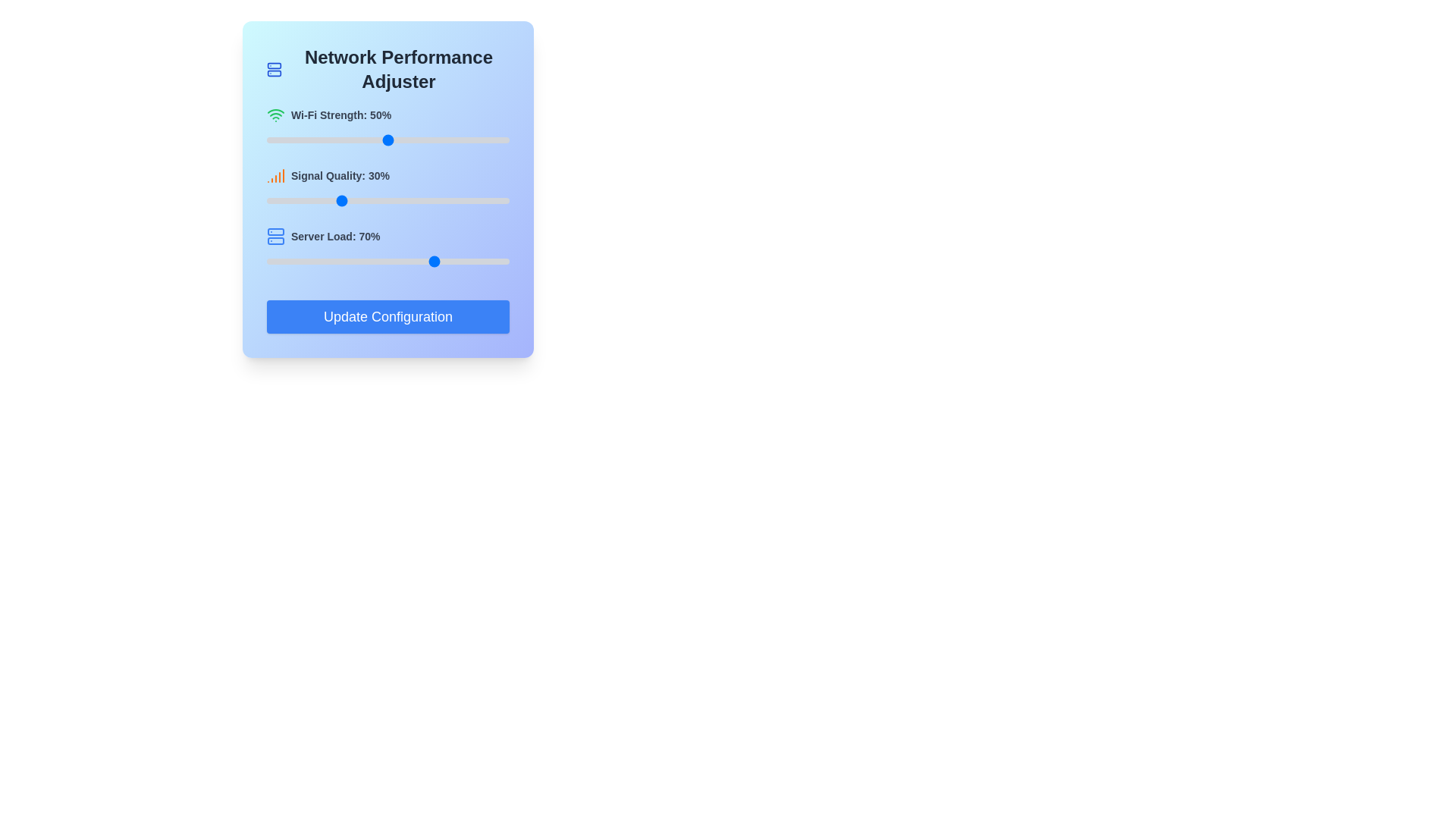 The height and width of the screenshot is (819, 1456). What do you see at coordinates (504, 260) in the screenshot?
I see `the Server Load slider` at bounding box center [504, 260].